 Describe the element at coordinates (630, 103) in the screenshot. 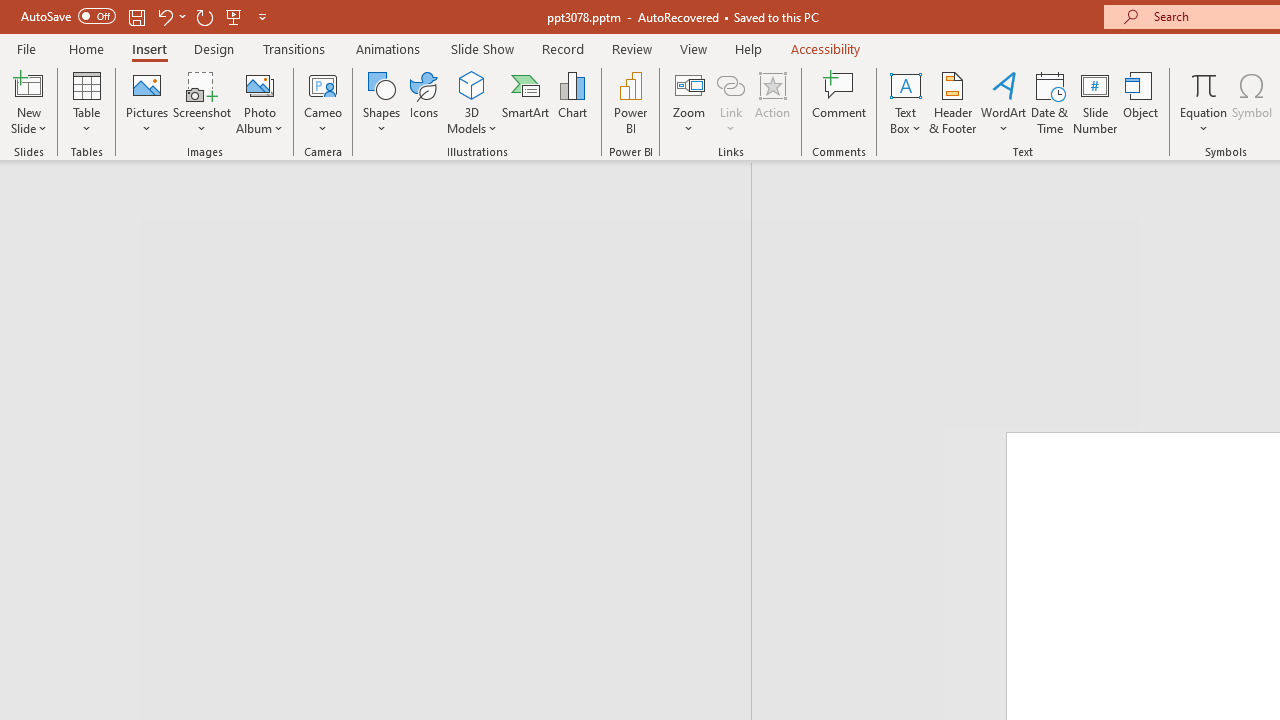

I see `'Power BI'` at that location.